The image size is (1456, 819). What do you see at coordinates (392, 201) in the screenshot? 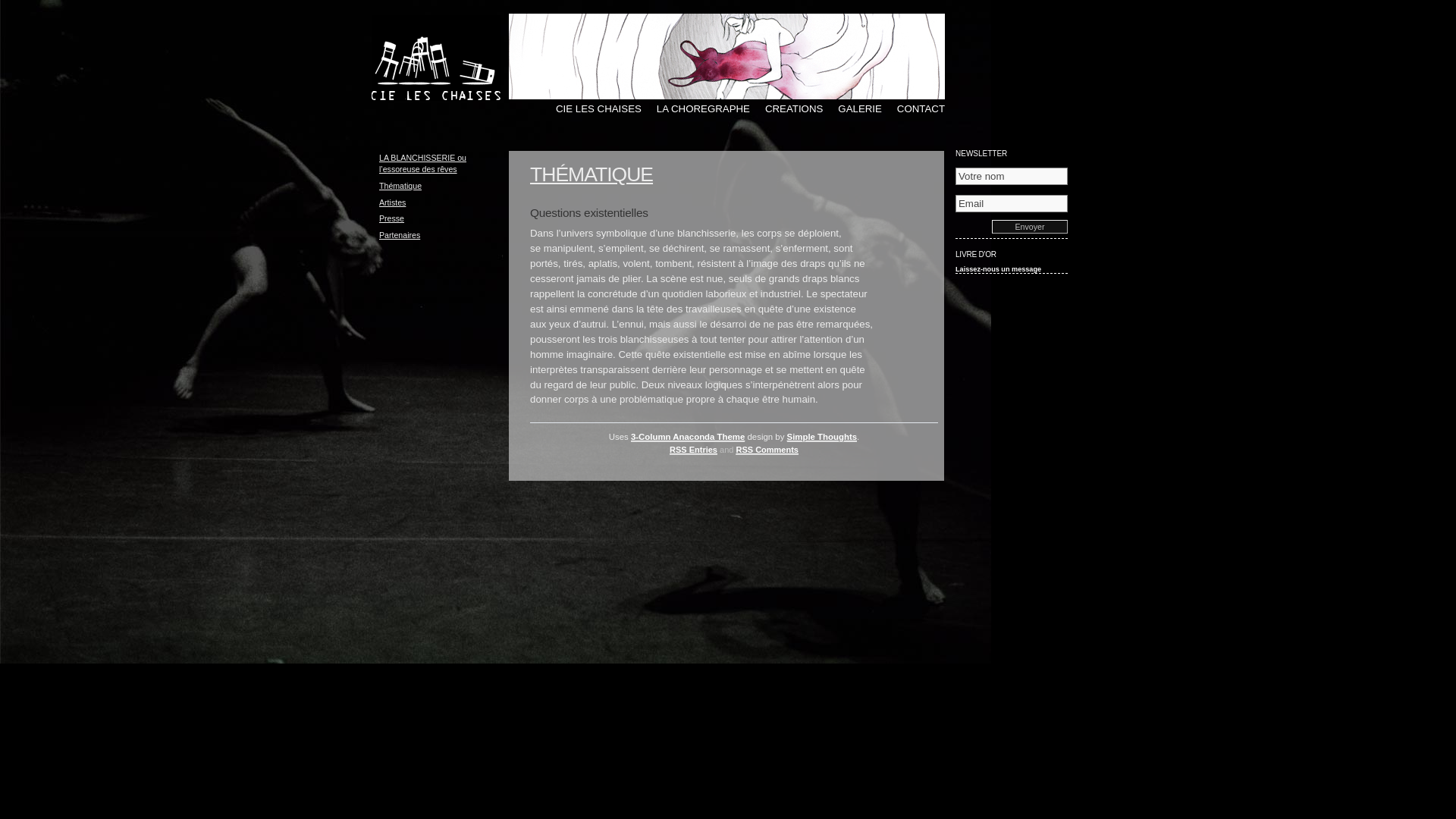
I see `'Artistes'` at bounding box center [392, 201].